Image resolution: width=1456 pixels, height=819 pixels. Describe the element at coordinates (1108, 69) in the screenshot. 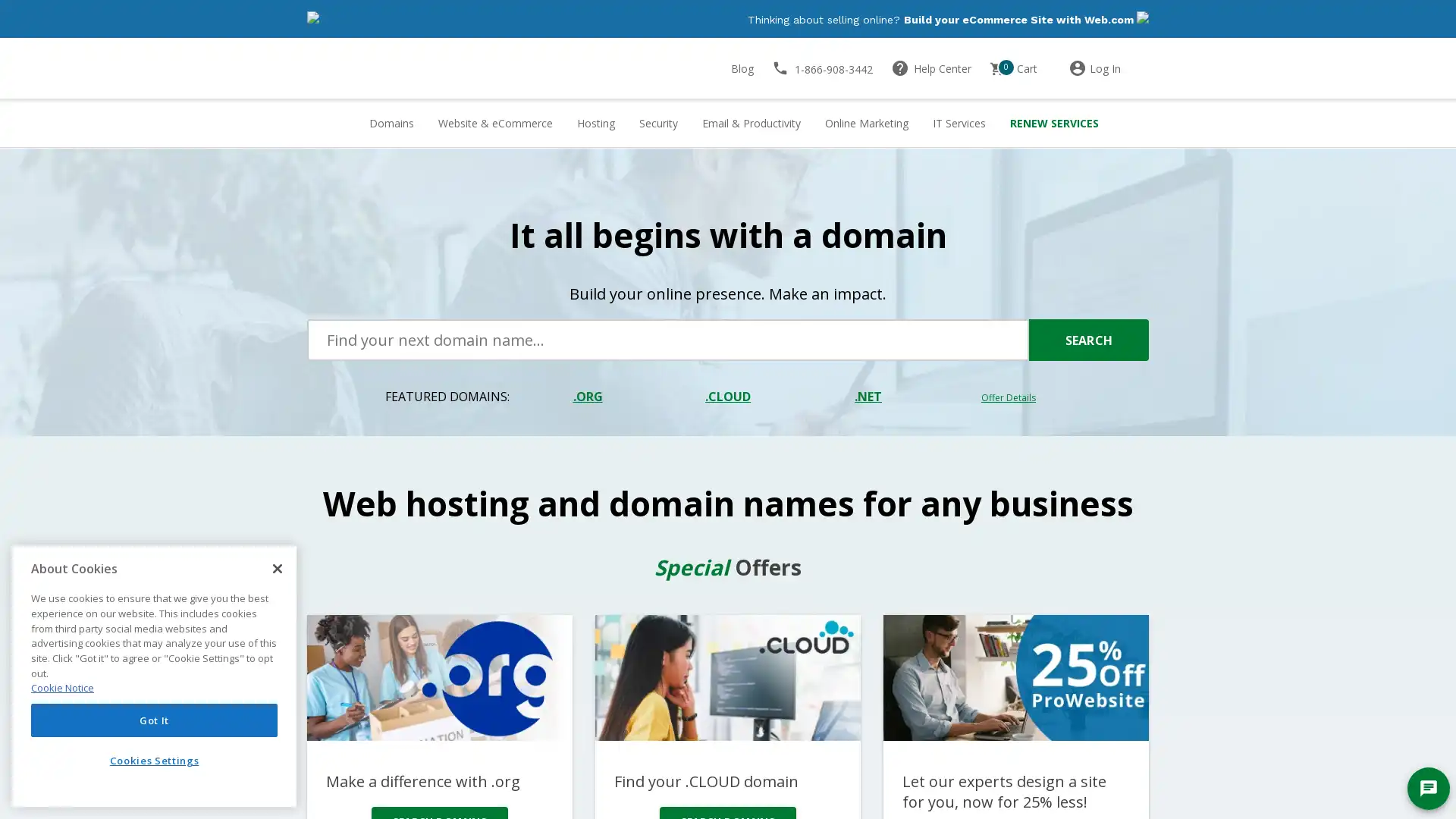

I see `Log In` at that location.